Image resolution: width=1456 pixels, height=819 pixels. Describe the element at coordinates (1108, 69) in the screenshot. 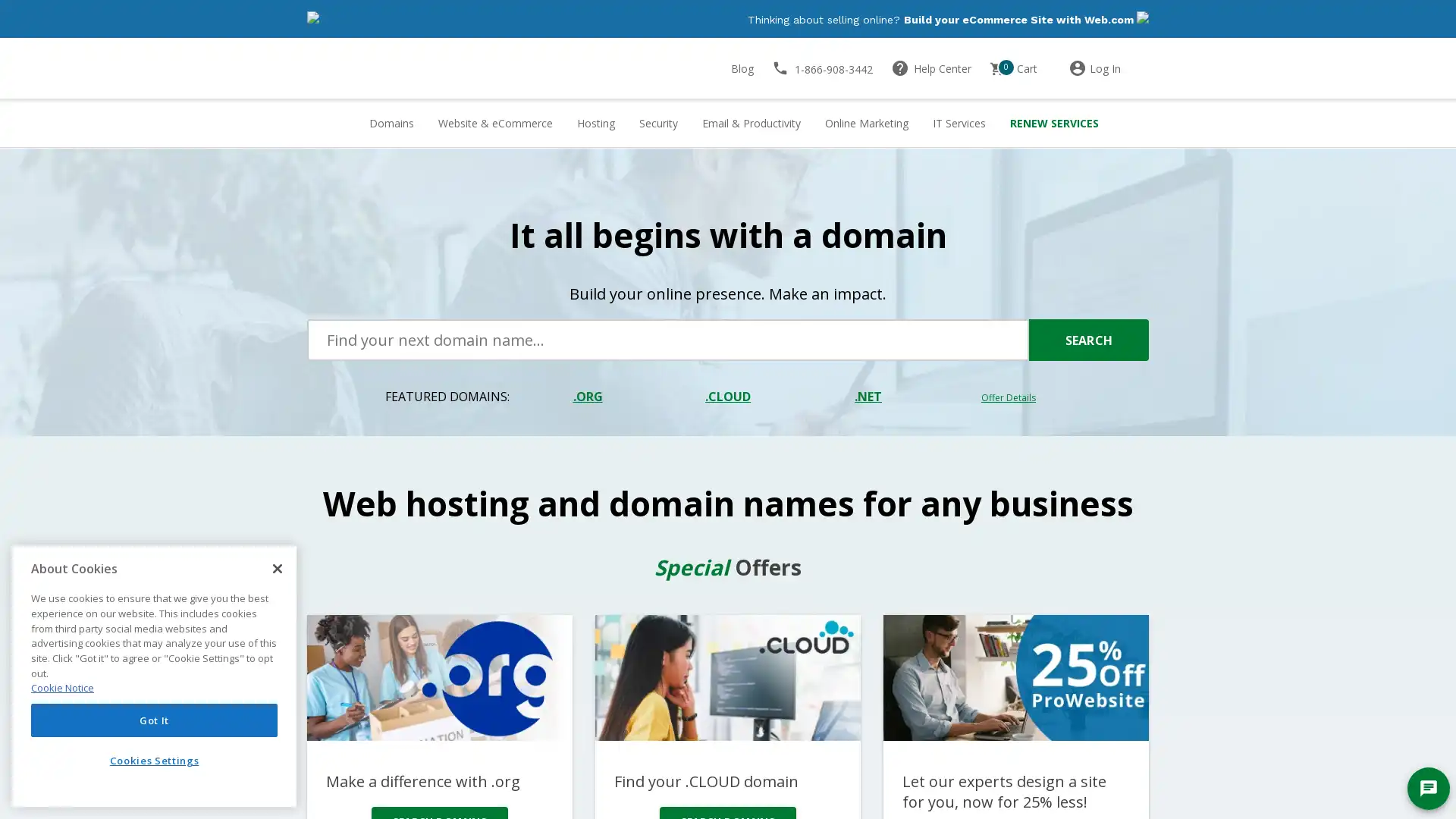

I see `Log In` at that location.